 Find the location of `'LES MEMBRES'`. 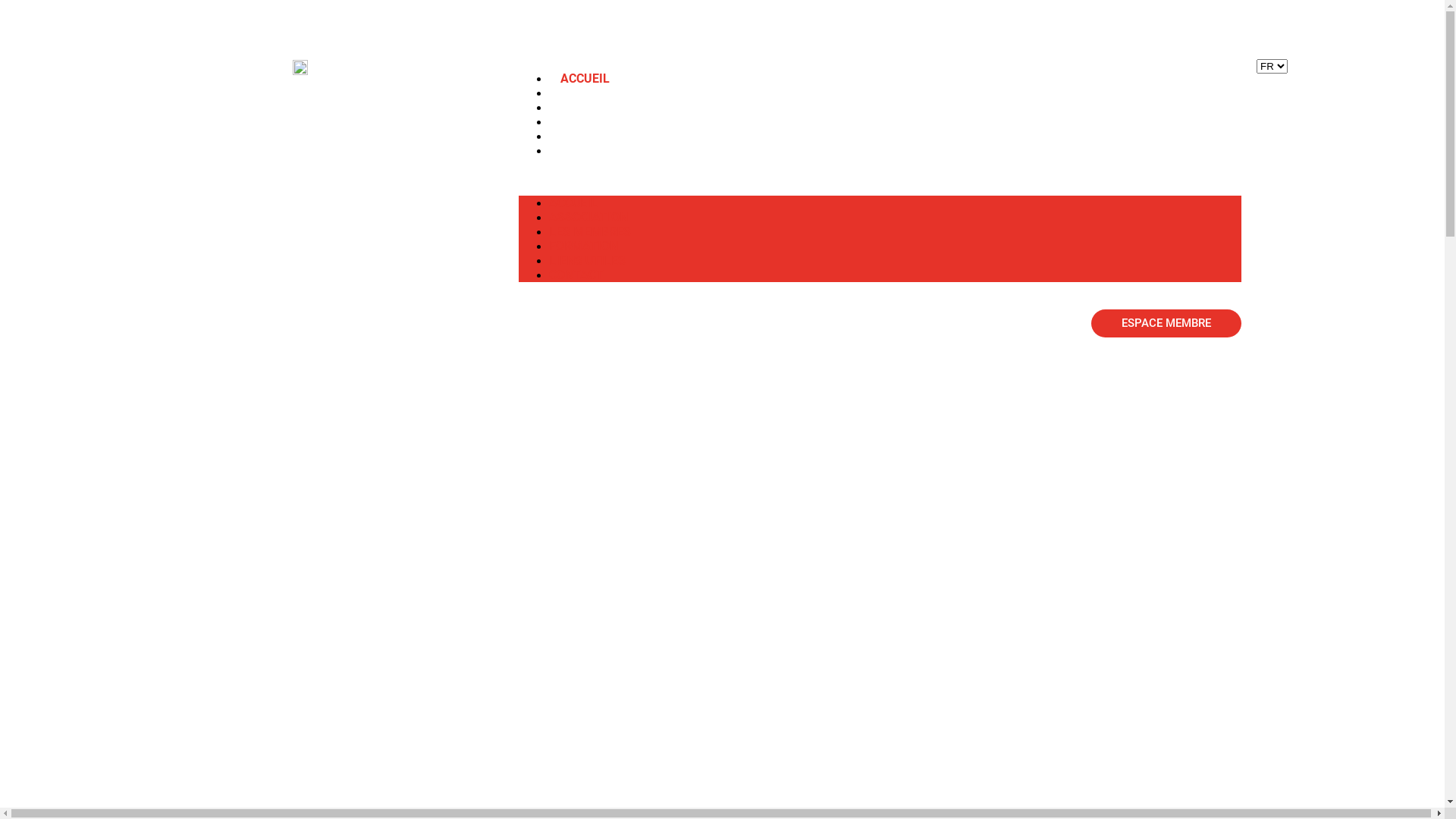

'LES MEMBRES' is located at coordinates (548, 106).